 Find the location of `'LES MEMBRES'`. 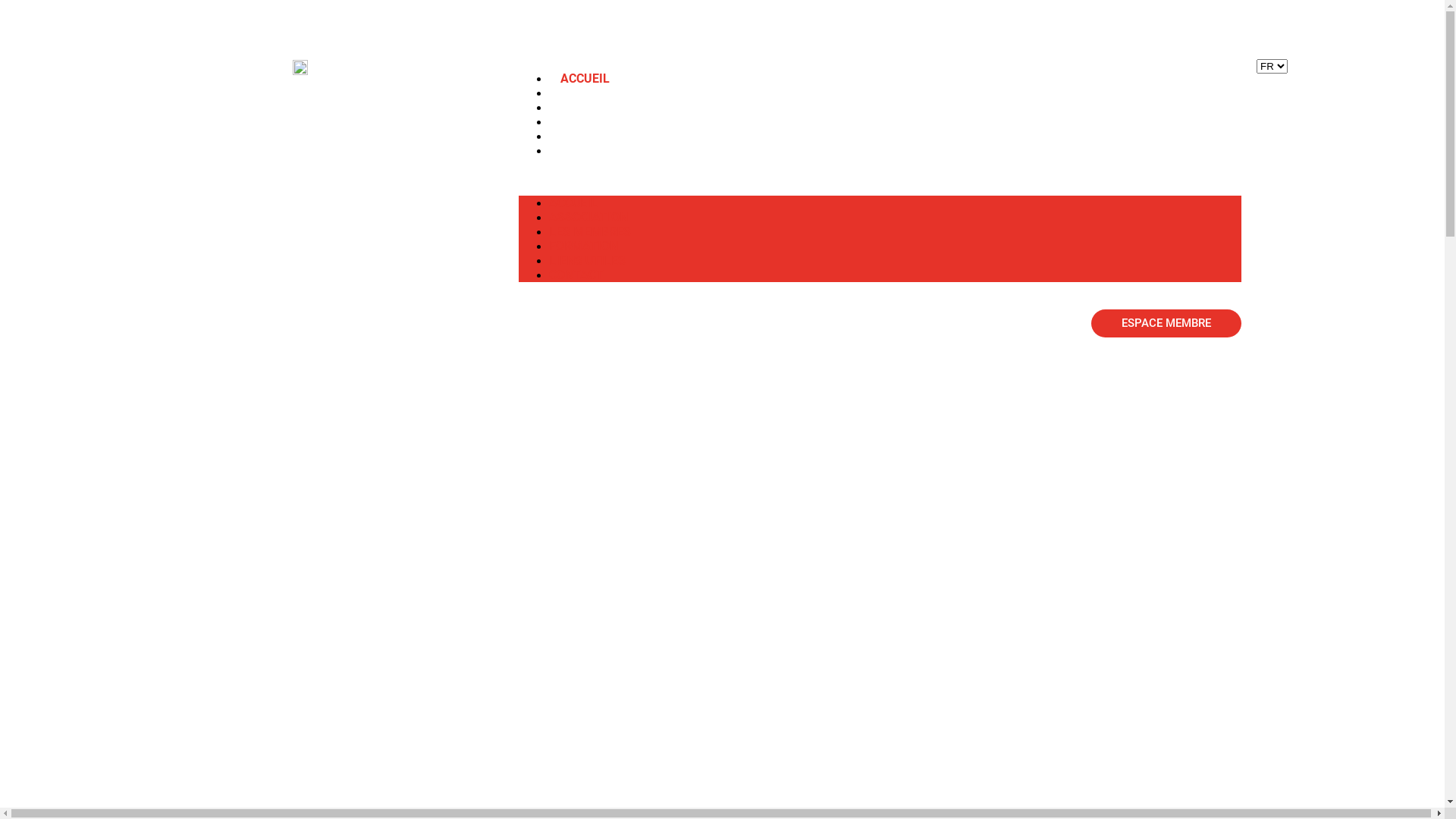

'LES MEMBRES' is located at coordinates (548, 106).